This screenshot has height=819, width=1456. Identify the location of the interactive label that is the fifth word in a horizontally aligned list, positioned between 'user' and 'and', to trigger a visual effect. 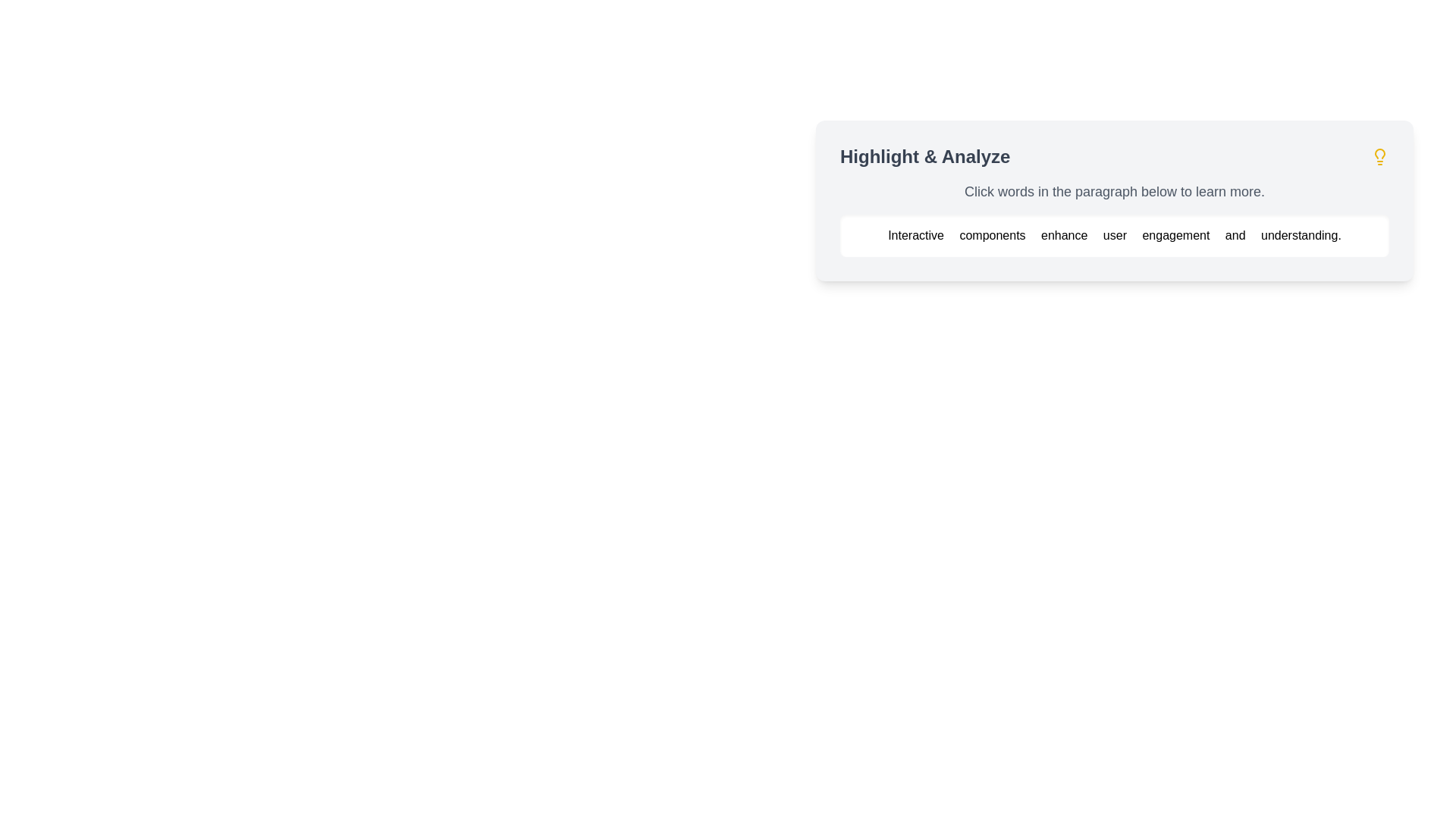
(1177, 235).